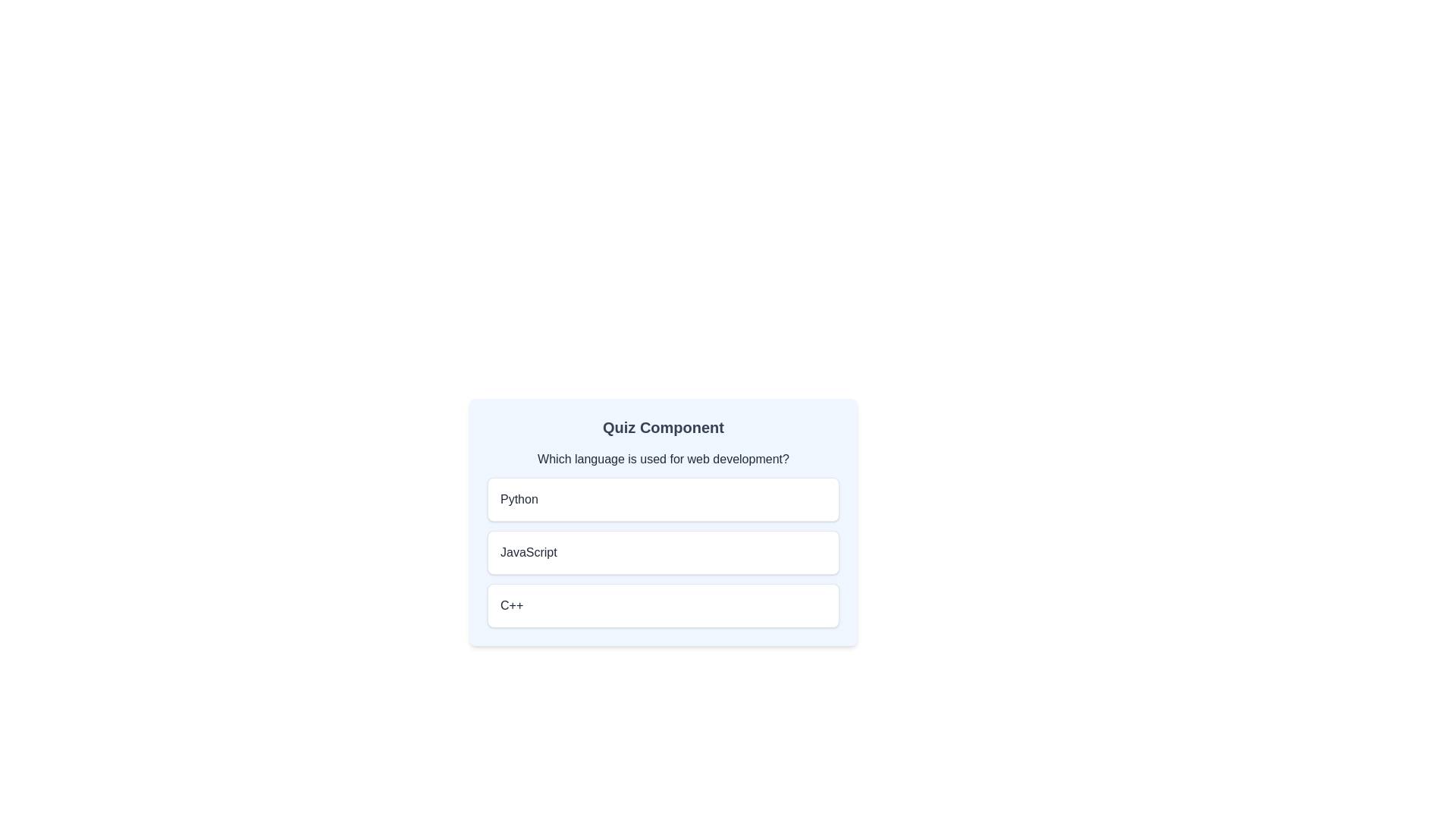  Describe the element at coordinates (663, 604) in the screenshot. I see `the answer option labeled C++` at that location.